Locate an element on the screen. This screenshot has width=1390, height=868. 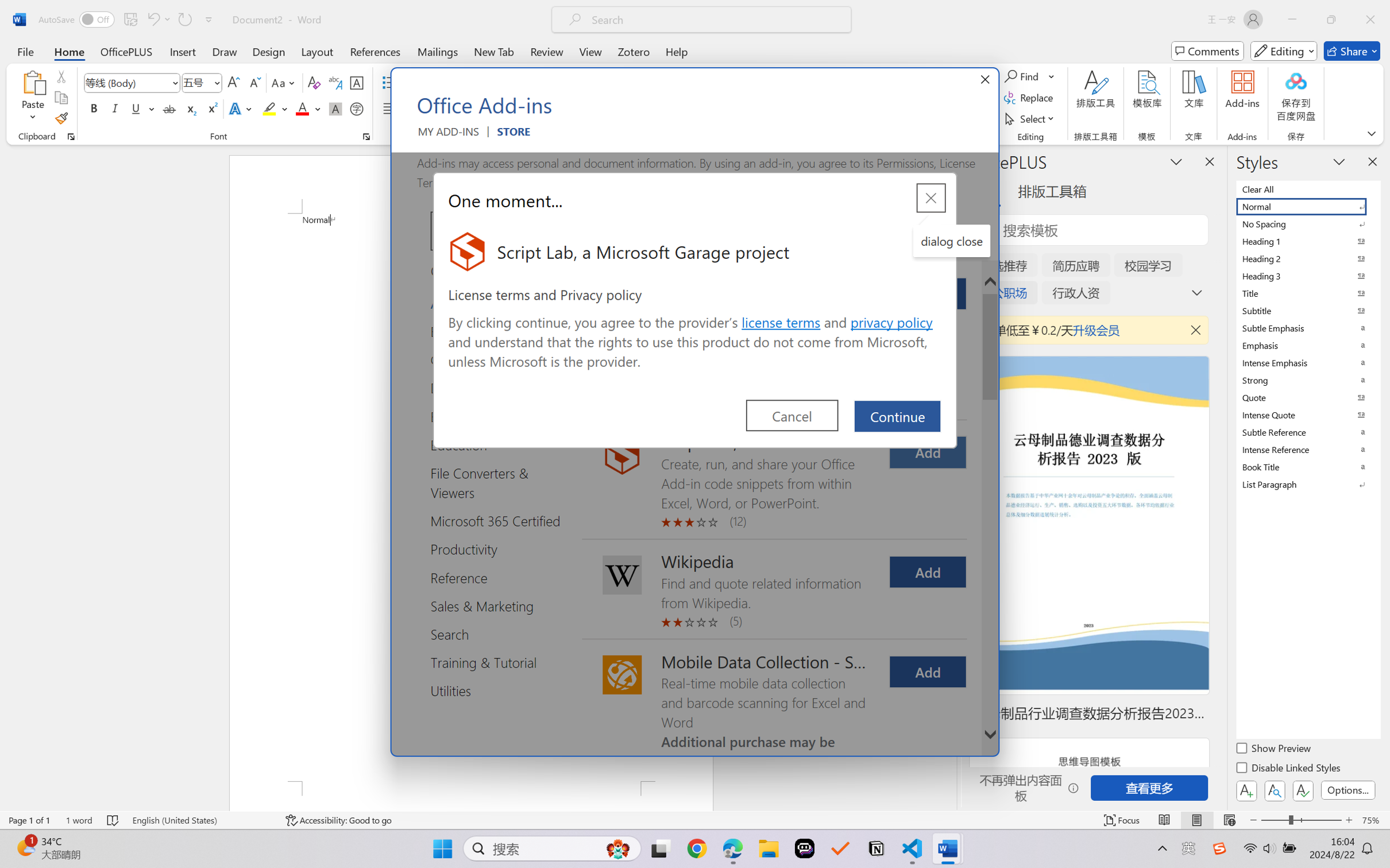
'Strong' is located at coordinates (1307, 380).